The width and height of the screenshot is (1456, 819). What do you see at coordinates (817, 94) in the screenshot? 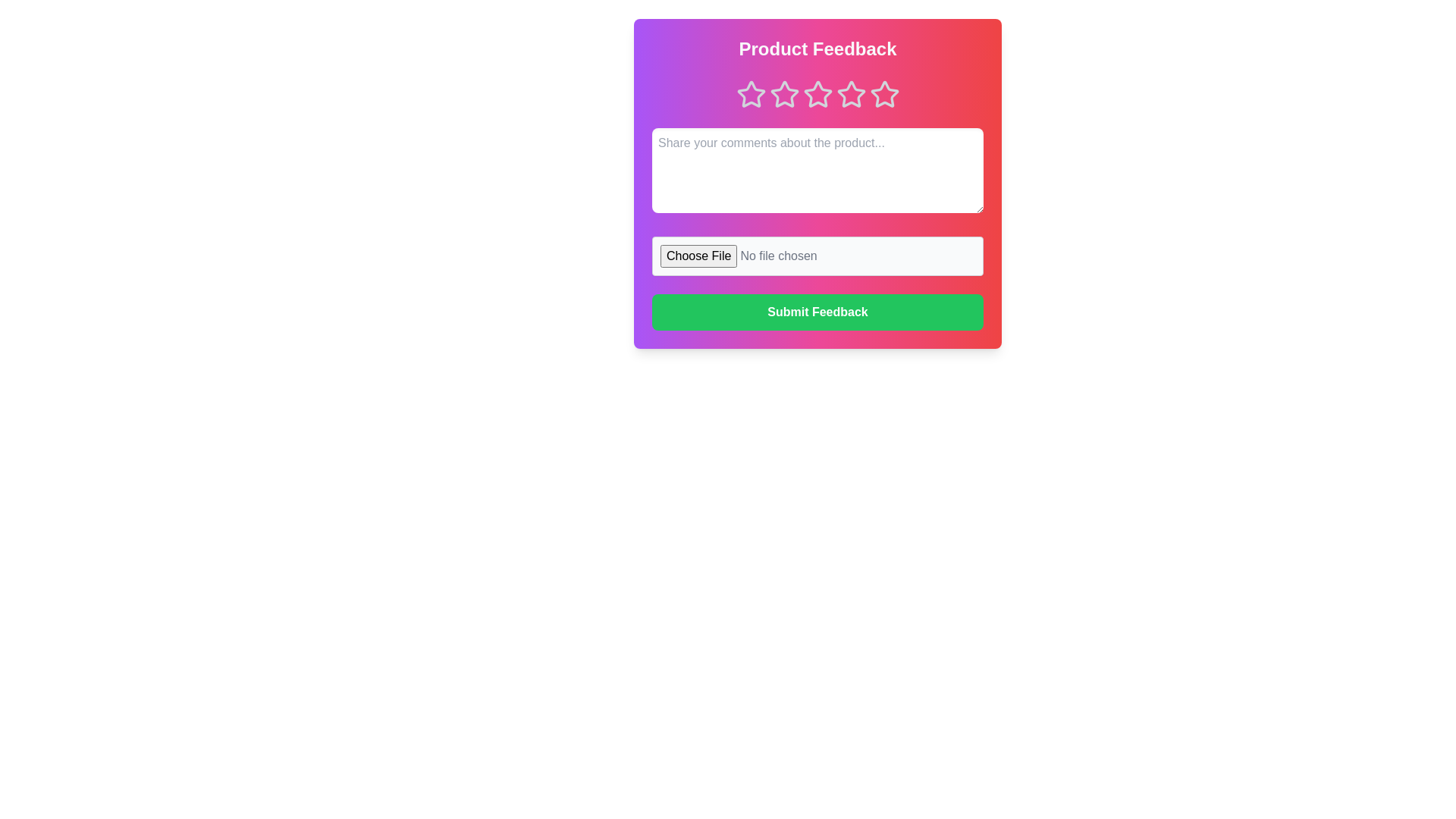
I see `the second star icon in the horizontal row of five stars for tooltip or highlighting feedback` at bounding box center [817, 94].